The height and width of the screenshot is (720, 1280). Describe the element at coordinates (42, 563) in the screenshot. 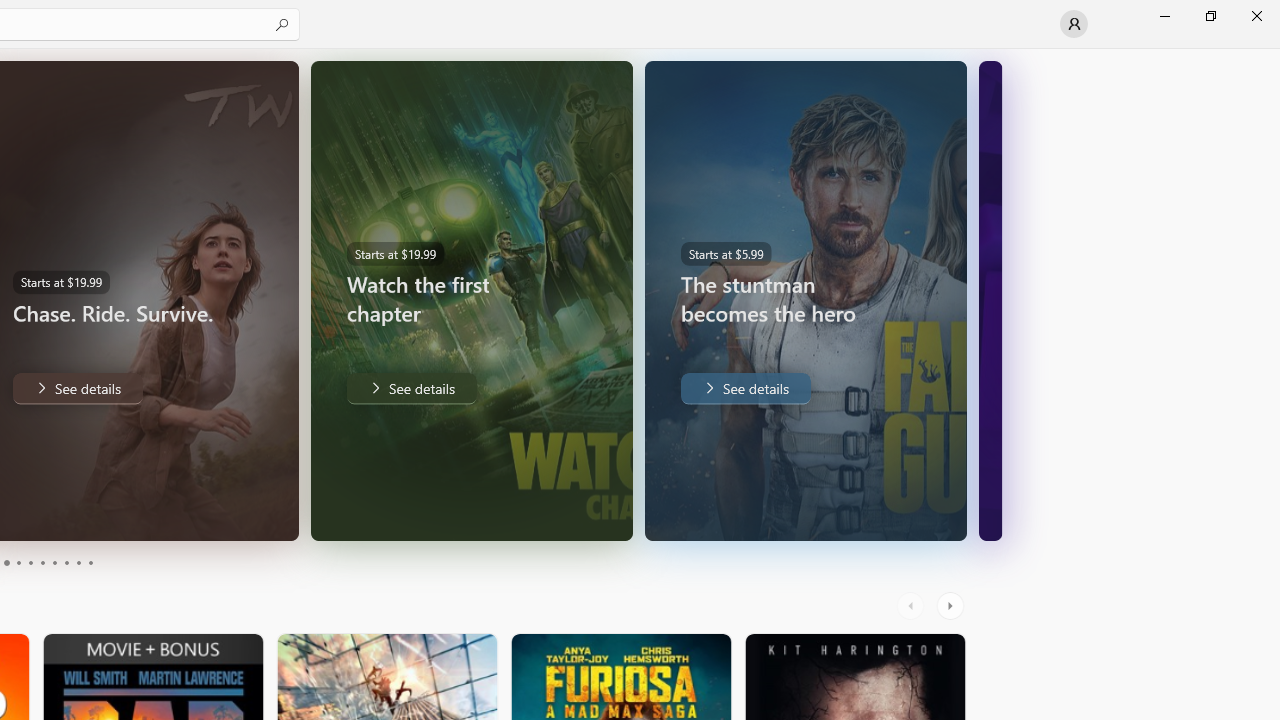

I see `'Page 6'` at that location.